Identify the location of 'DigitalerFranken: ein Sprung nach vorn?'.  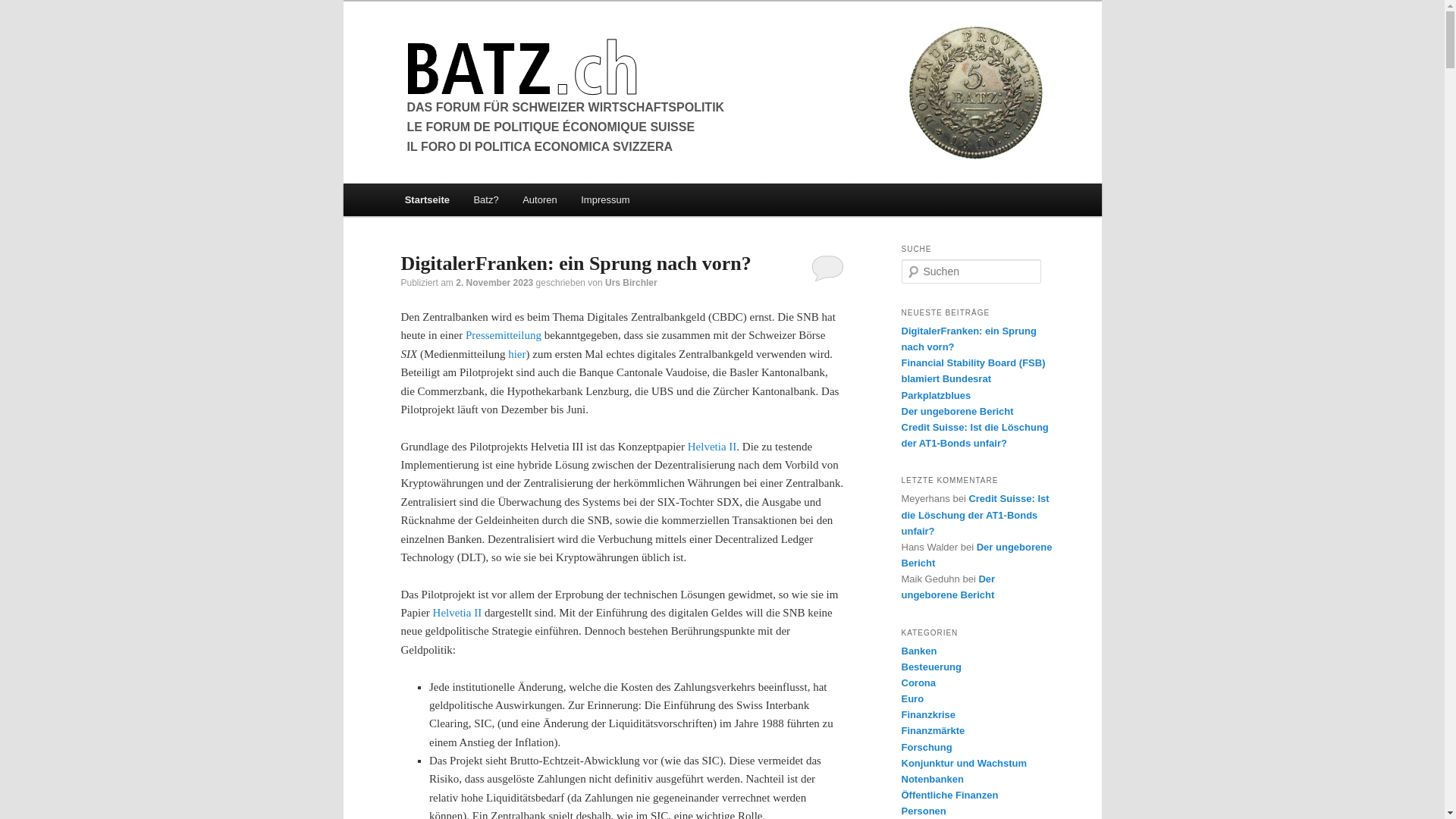
(574, 262).